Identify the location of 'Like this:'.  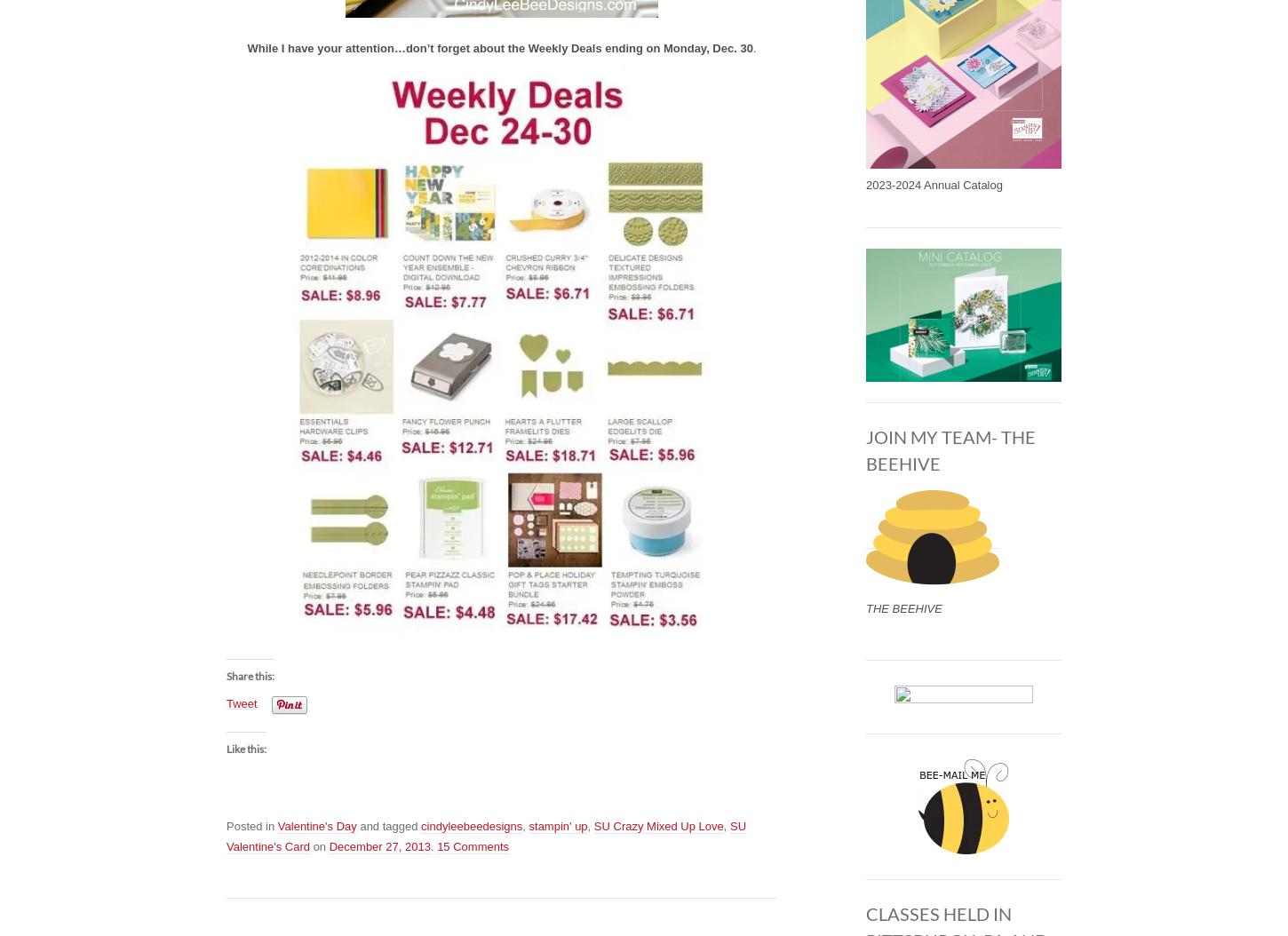
(246, 748).